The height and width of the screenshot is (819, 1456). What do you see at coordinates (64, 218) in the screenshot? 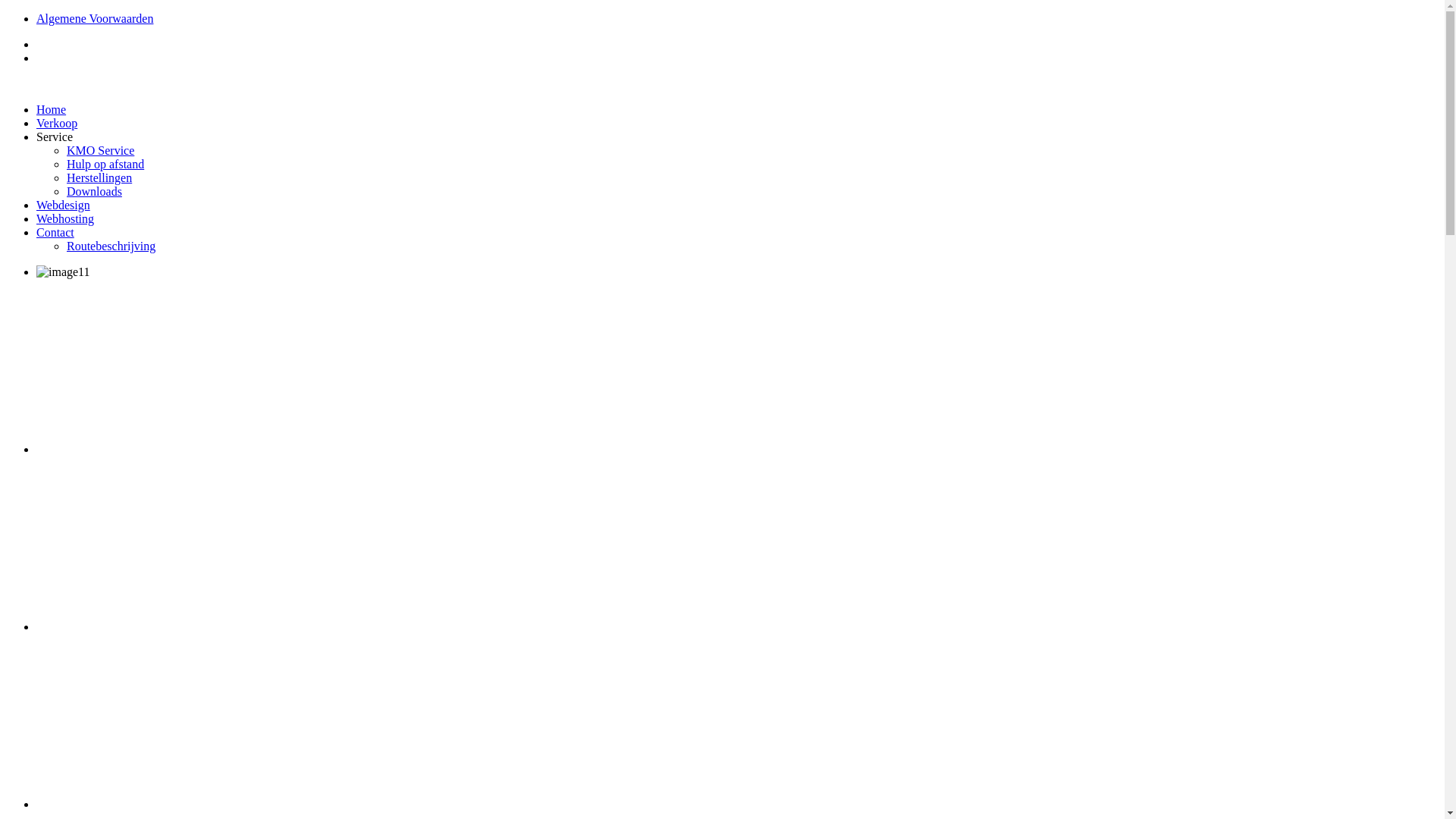
I see `'Webhosting'` at bounding box center [64, 218].